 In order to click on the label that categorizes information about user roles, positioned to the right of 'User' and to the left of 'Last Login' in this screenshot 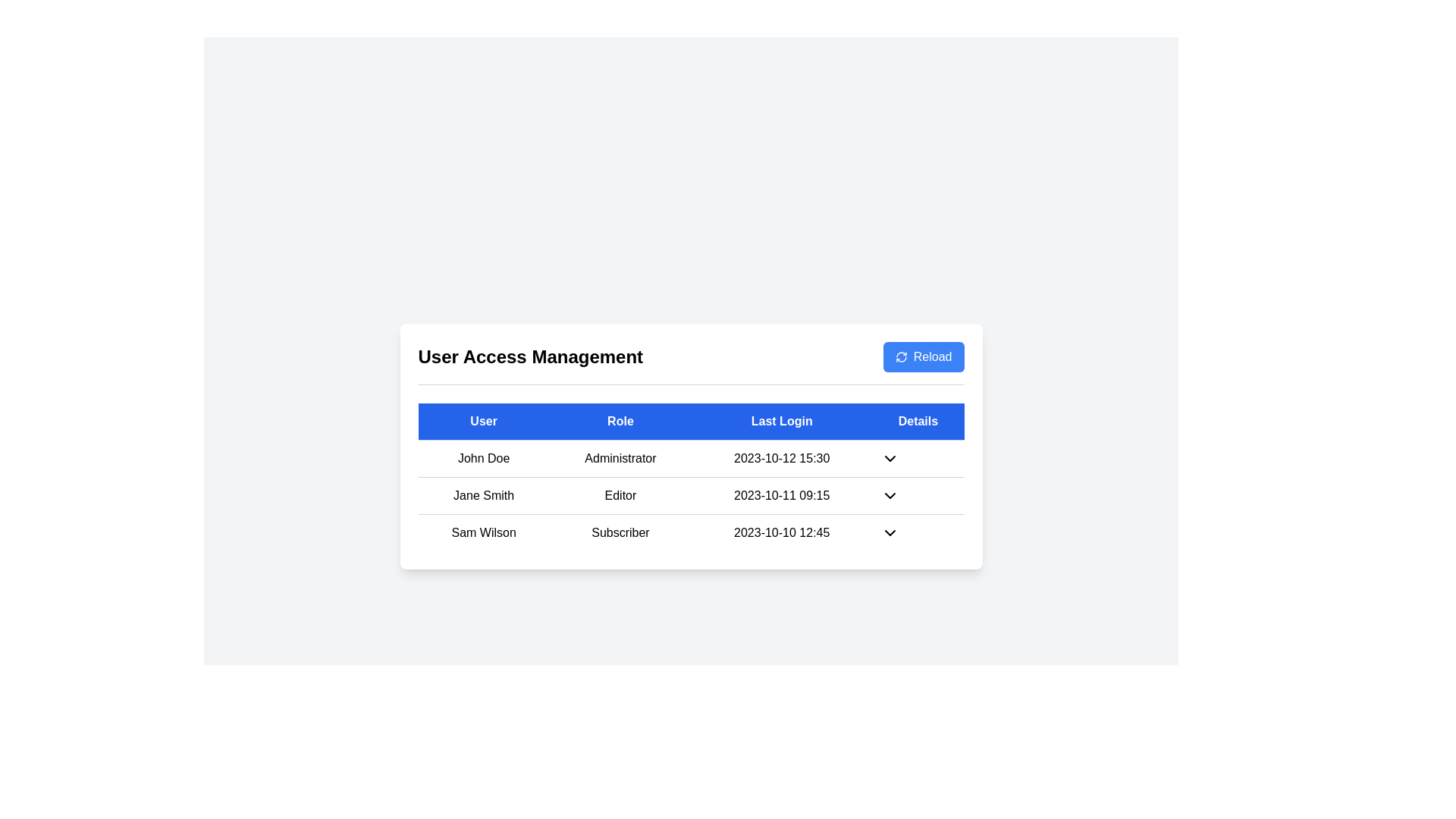, I will do `click(620, 422)`.